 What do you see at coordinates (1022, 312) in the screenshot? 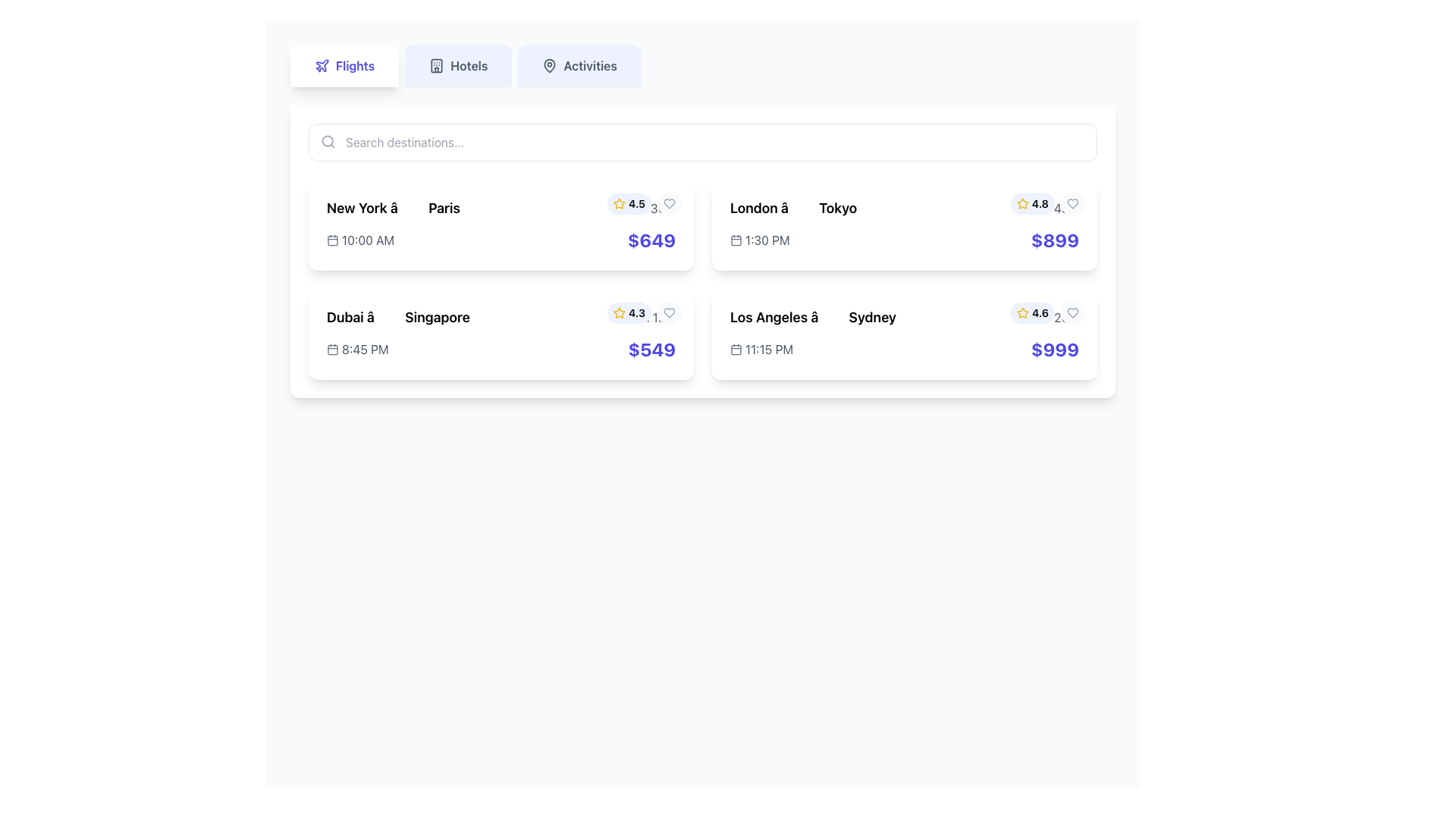
I see `the associated details by clicking on the star icon that represents the rating score of '4.6' in the bottom-right card of the interface` at bounding box center [1022, 312].